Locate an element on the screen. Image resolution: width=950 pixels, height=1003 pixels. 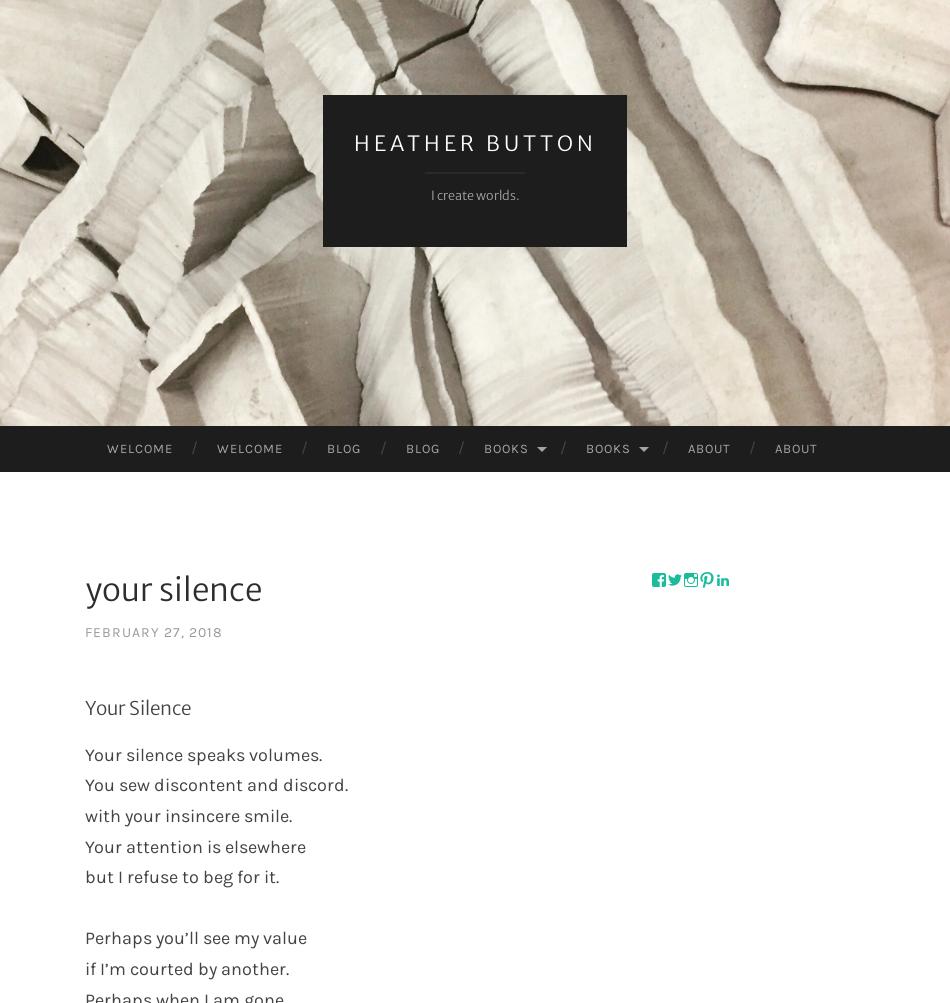
'Heather Button' is located at coordinates (473, 141).